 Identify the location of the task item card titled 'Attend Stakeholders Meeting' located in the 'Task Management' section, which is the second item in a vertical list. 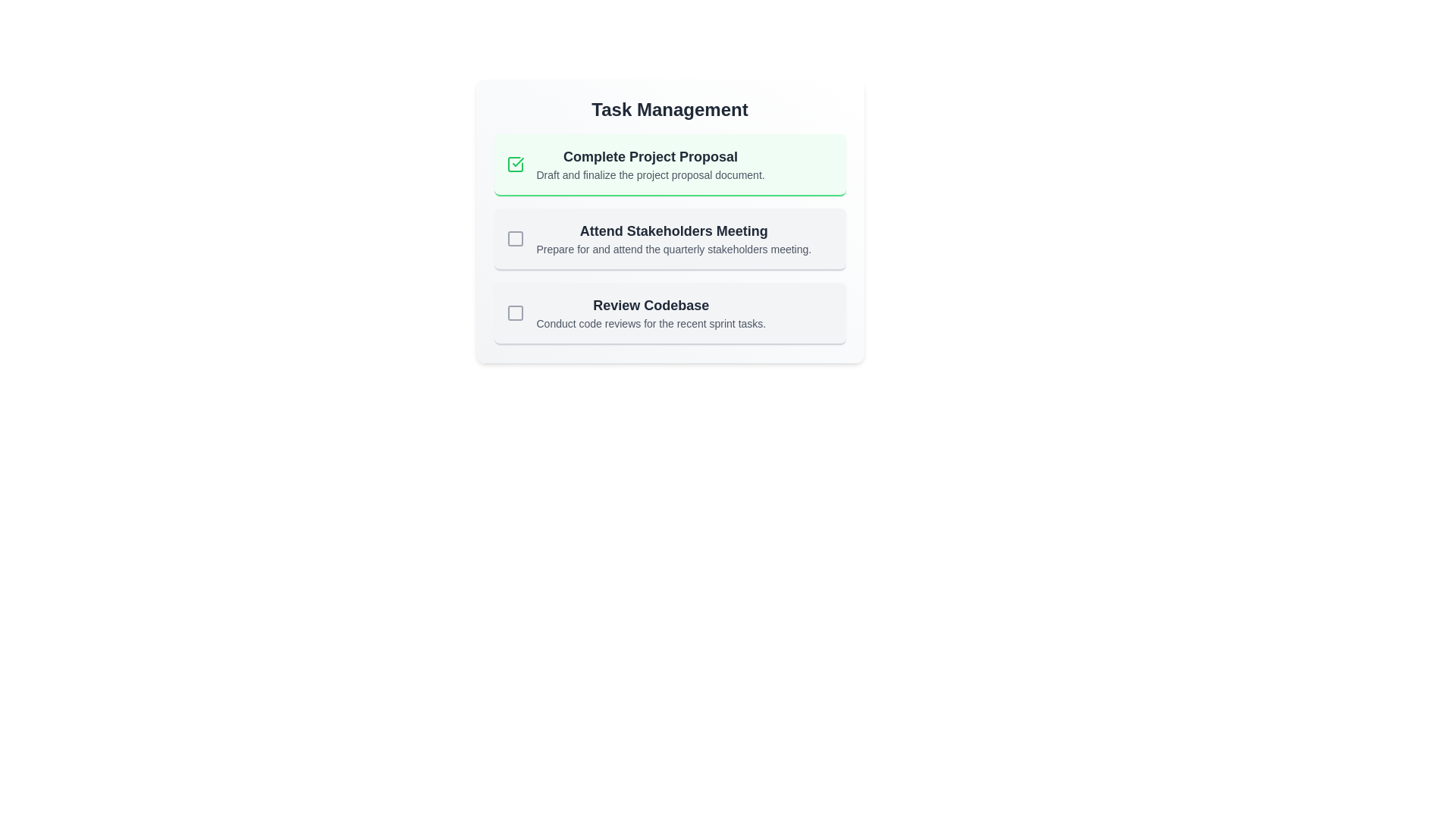
(673, 239).